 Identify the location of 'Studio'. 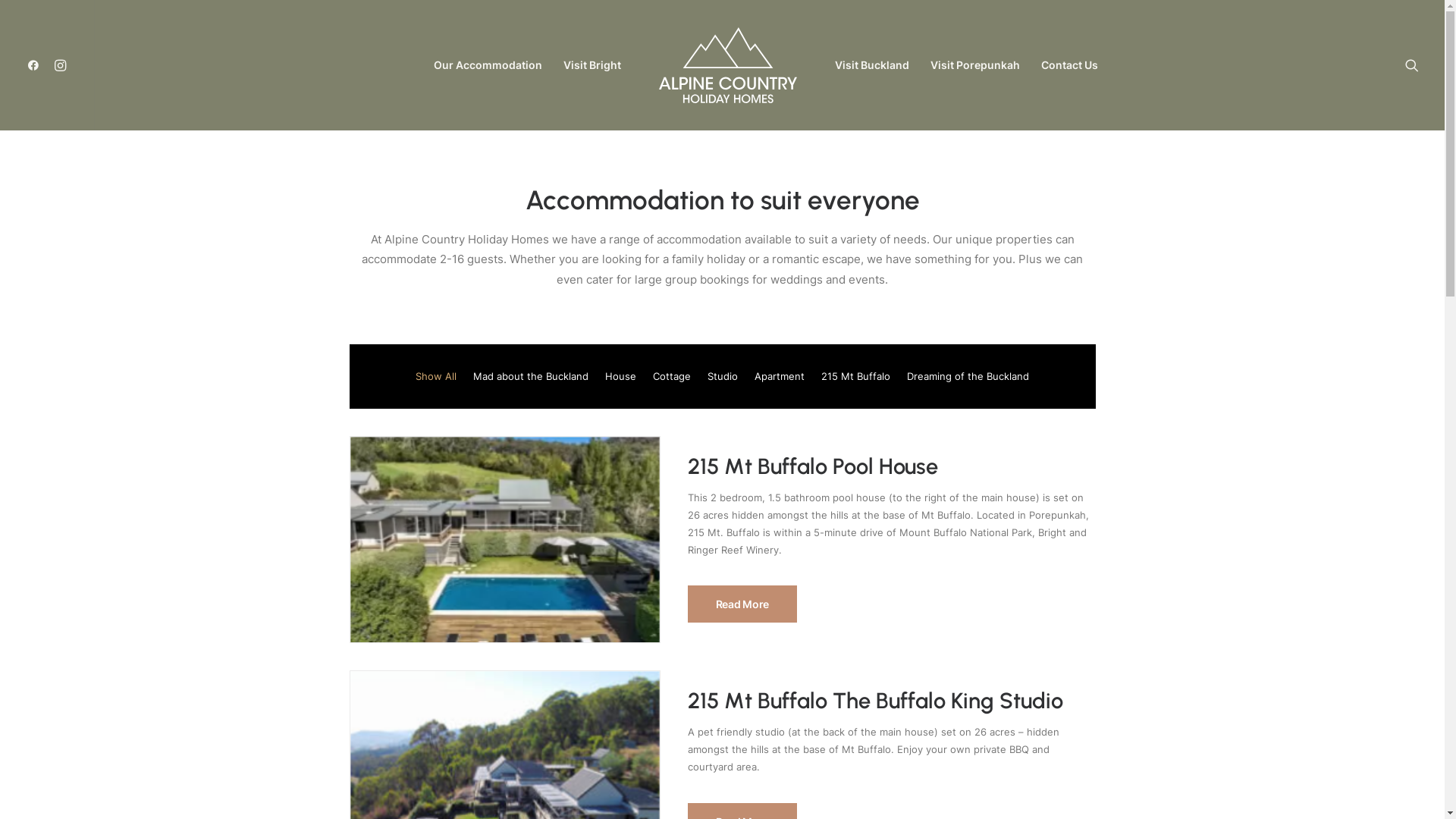
(722, 375).